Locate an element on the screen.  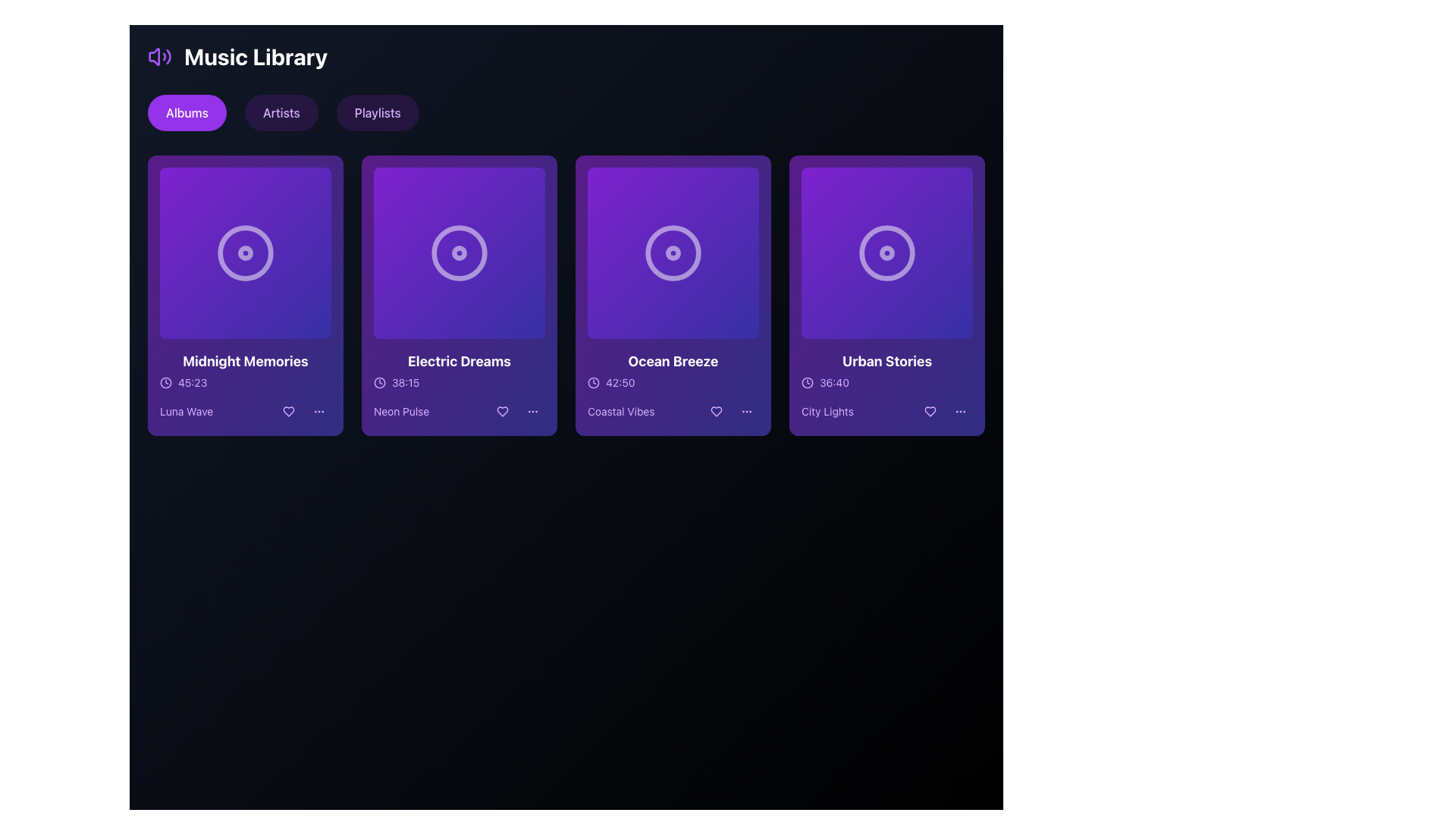
the button with three horizontal dots in an ellipsis format, located in the lower-right corner of the 'Midnight Memories' album box is located at coordinates (318, 412).